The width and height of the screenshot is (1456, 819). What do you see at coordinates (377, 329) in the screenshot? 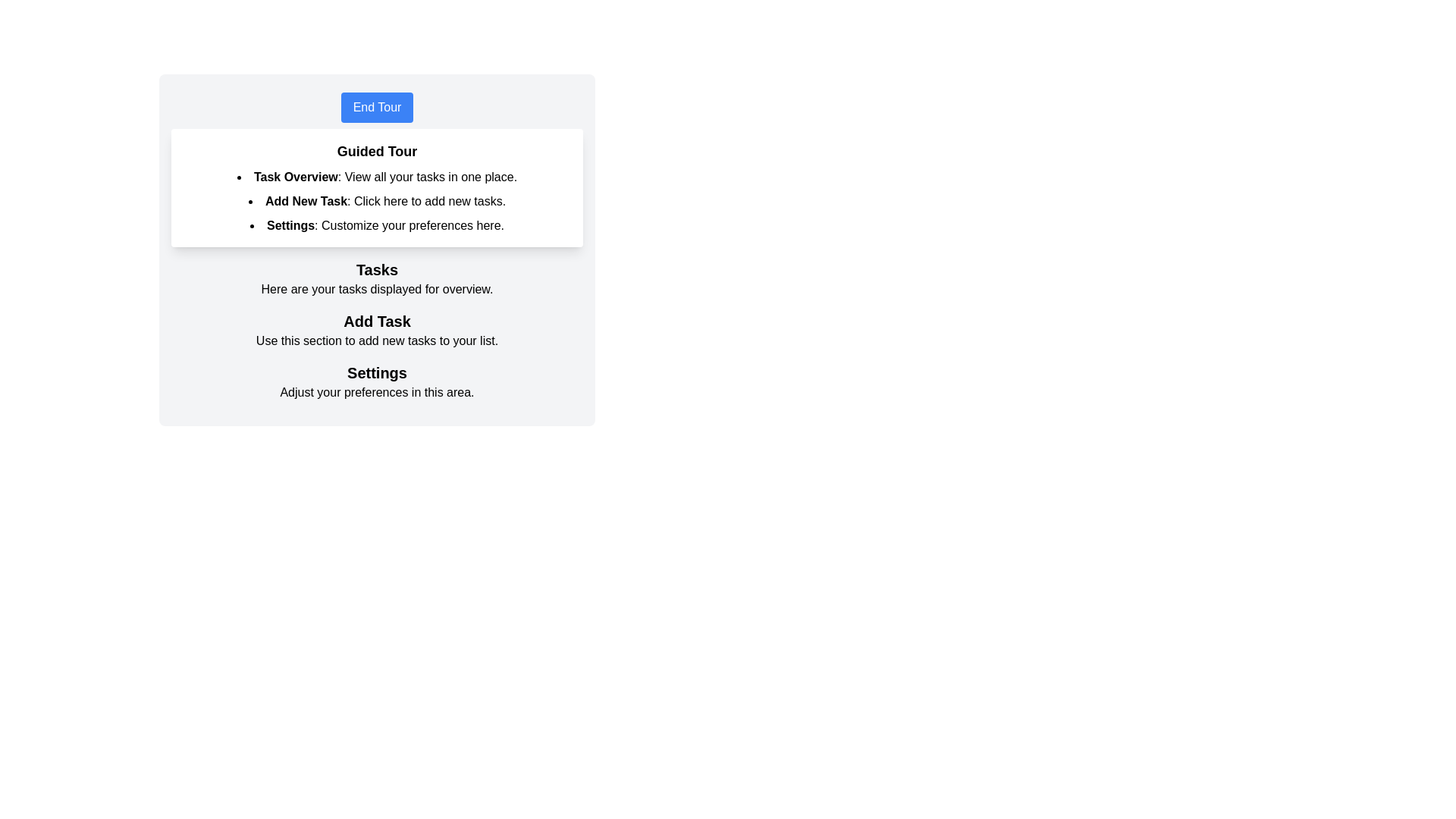
I see `the textual label containing the bold header 'Add Task' and the descriptive paragraph 'Use this section to add new tasks to your list.'` at bounding box center [377, 329].